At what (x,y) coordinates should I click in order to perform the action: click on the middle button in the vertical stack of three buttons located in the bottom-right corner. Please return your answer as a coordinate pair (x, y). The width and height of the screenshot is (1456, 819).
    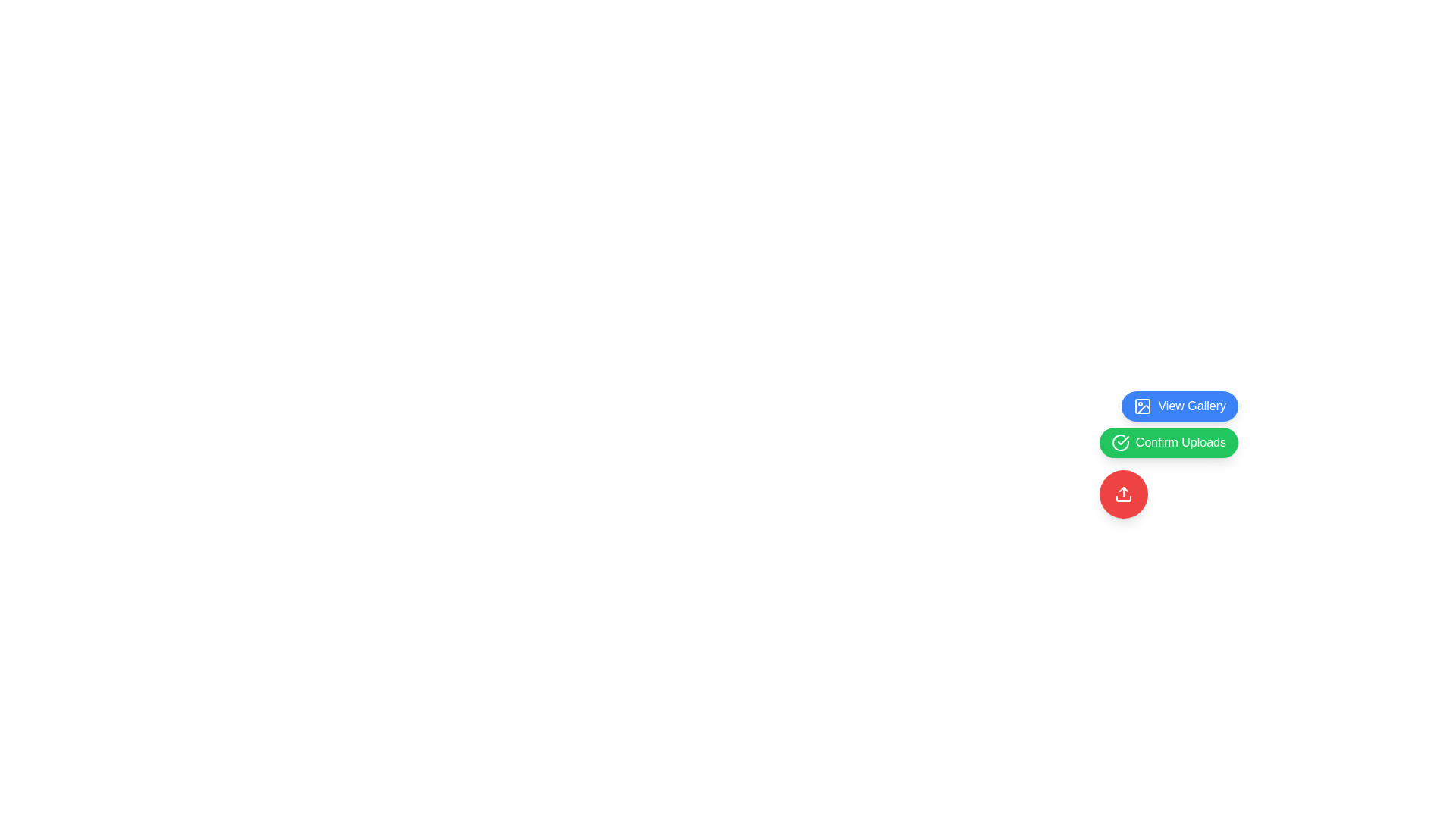
    Looking at the image, I should click on (1168, 454).